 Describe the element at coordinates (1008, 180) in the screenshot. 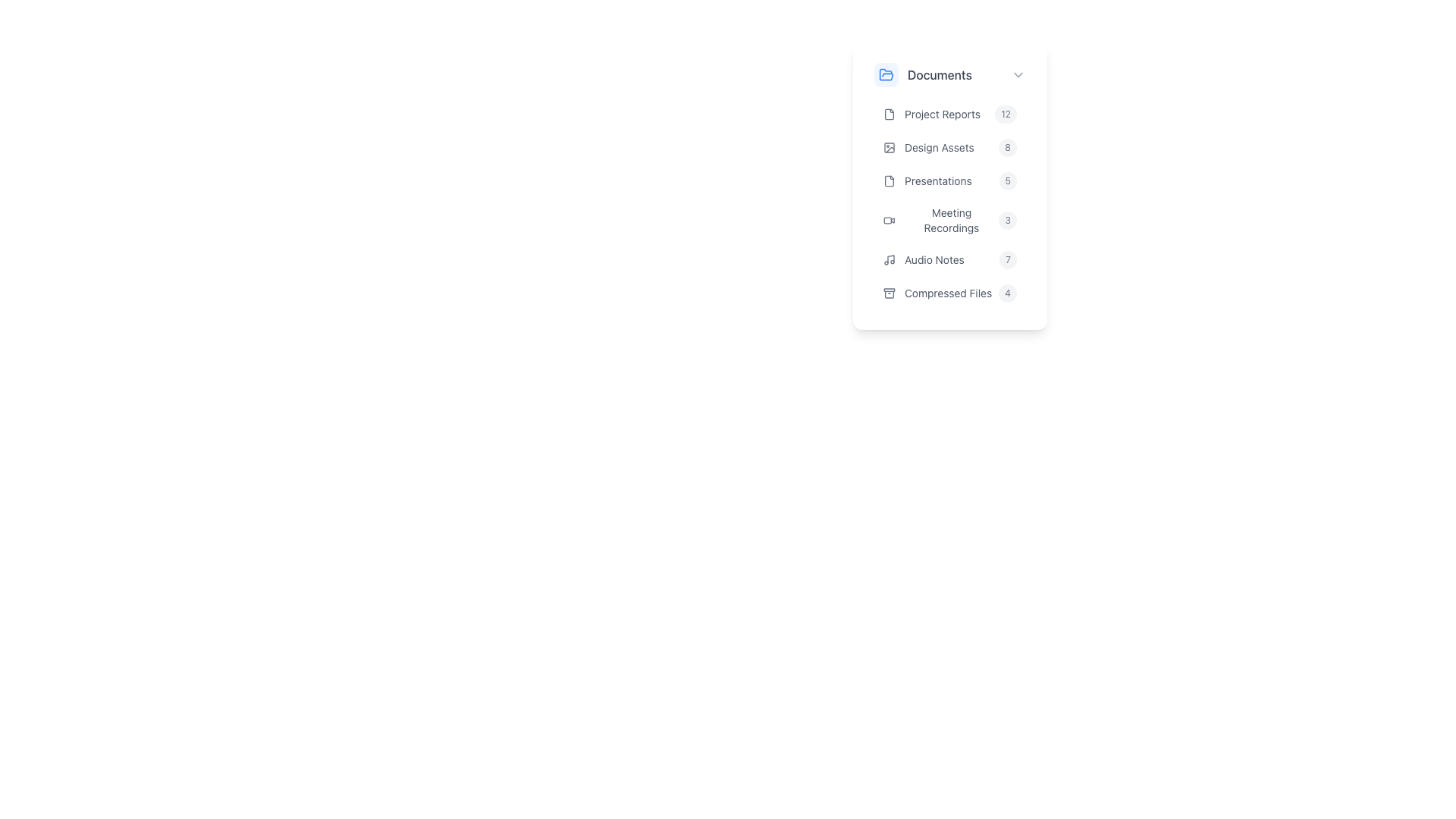

I see `the number displayed in the small, rounded badge with a gray background and the number '5', located to the right of the 'Presentations' text label` at that location.